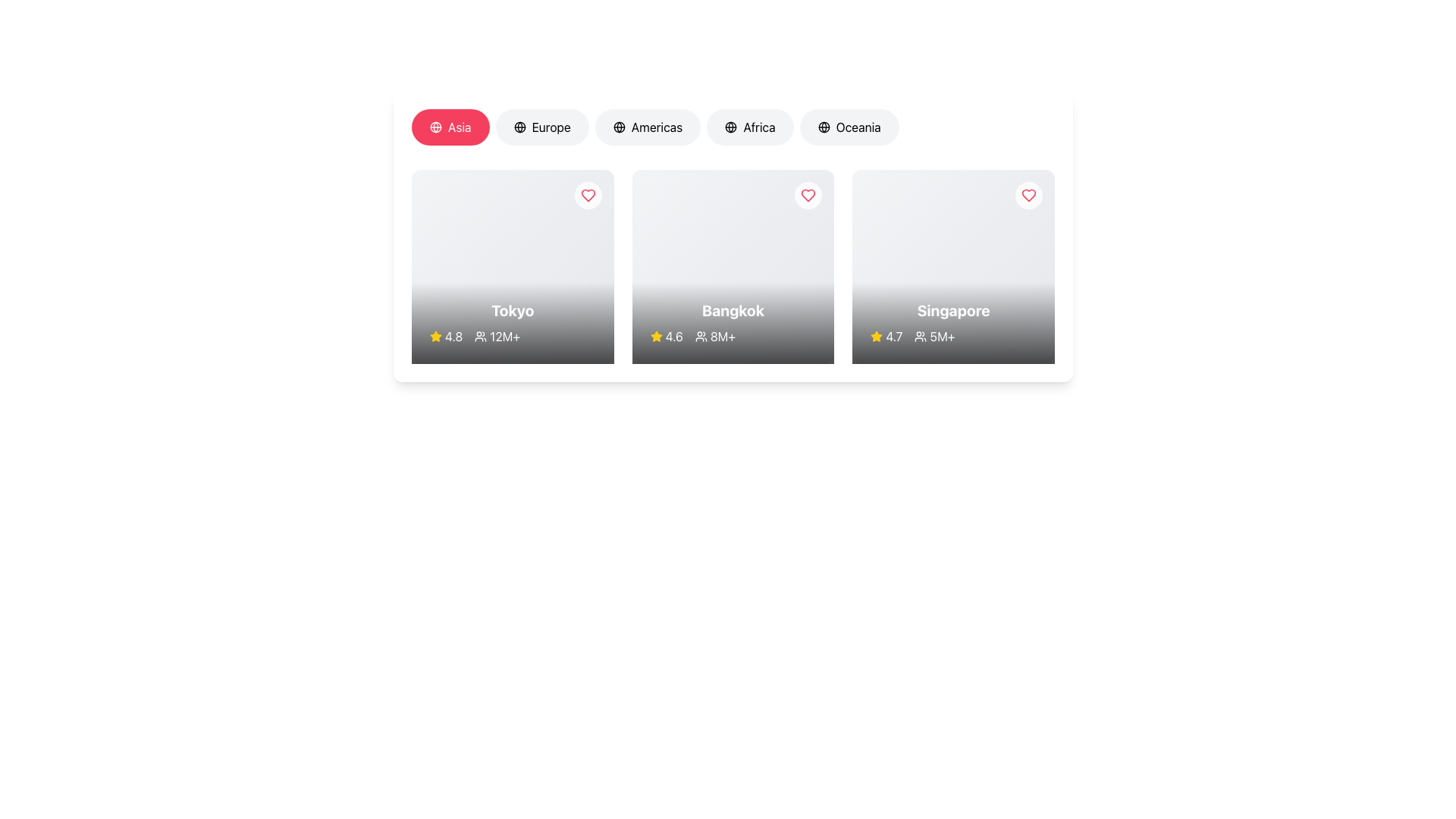 This screenshot has height=819, width=1456. What do you see at coordinates (435, 127) in the screenshot?
I see `the icon associated with the 'Asia' button in the navigation bar, which has a red background and white text, indicating its functionality for filtering or selecting Asian-related content` at bounding box center [435, 127].